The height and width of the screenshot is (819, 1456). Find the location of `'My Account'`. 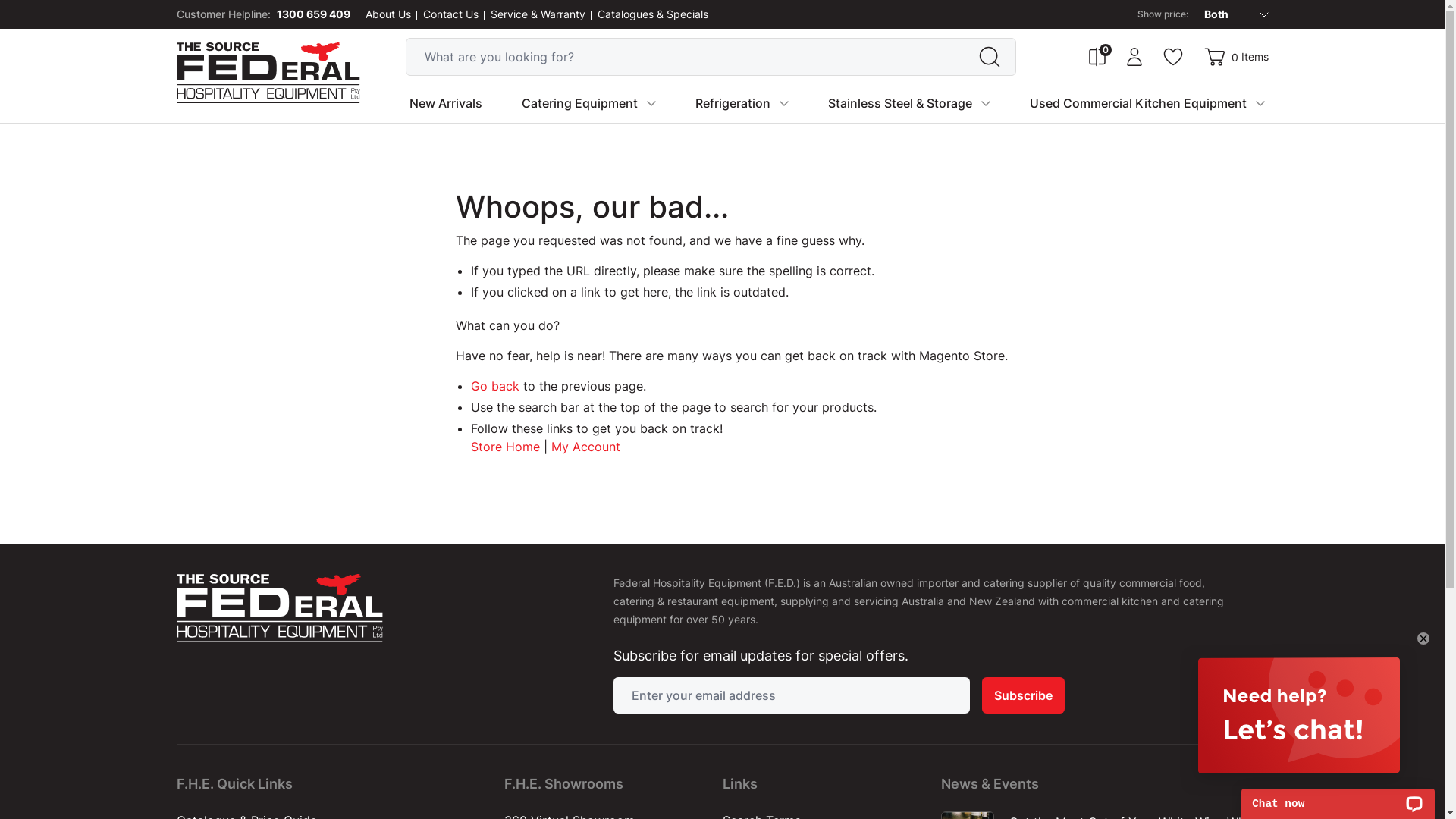

'My Account' is located at coordinates (584, 446).